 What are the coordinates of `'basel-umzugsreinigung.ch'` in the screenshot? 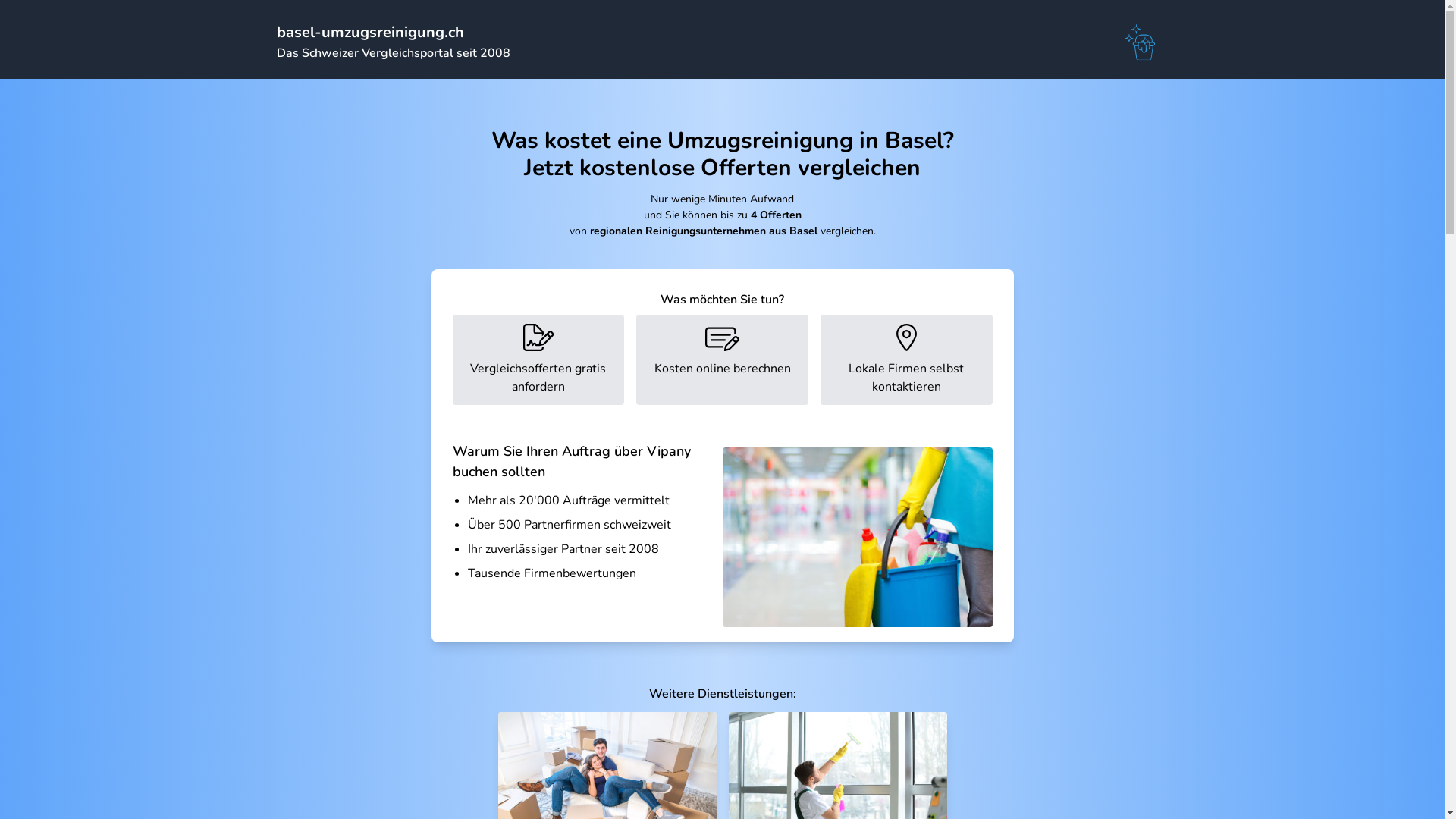 It's located at (369, 32).